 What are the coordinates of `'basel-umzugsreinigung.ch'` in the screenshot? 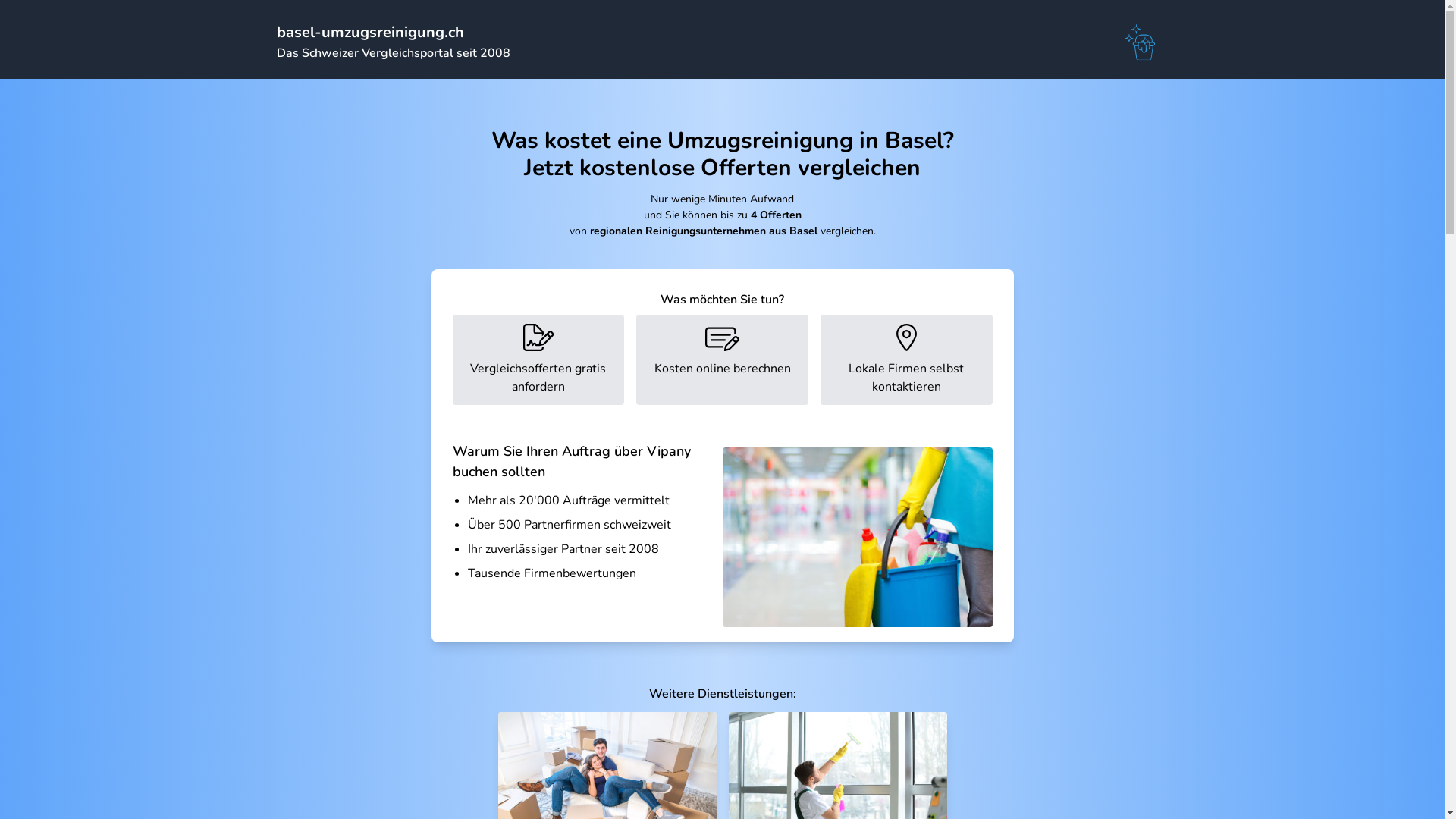 It's located at (369, 32).